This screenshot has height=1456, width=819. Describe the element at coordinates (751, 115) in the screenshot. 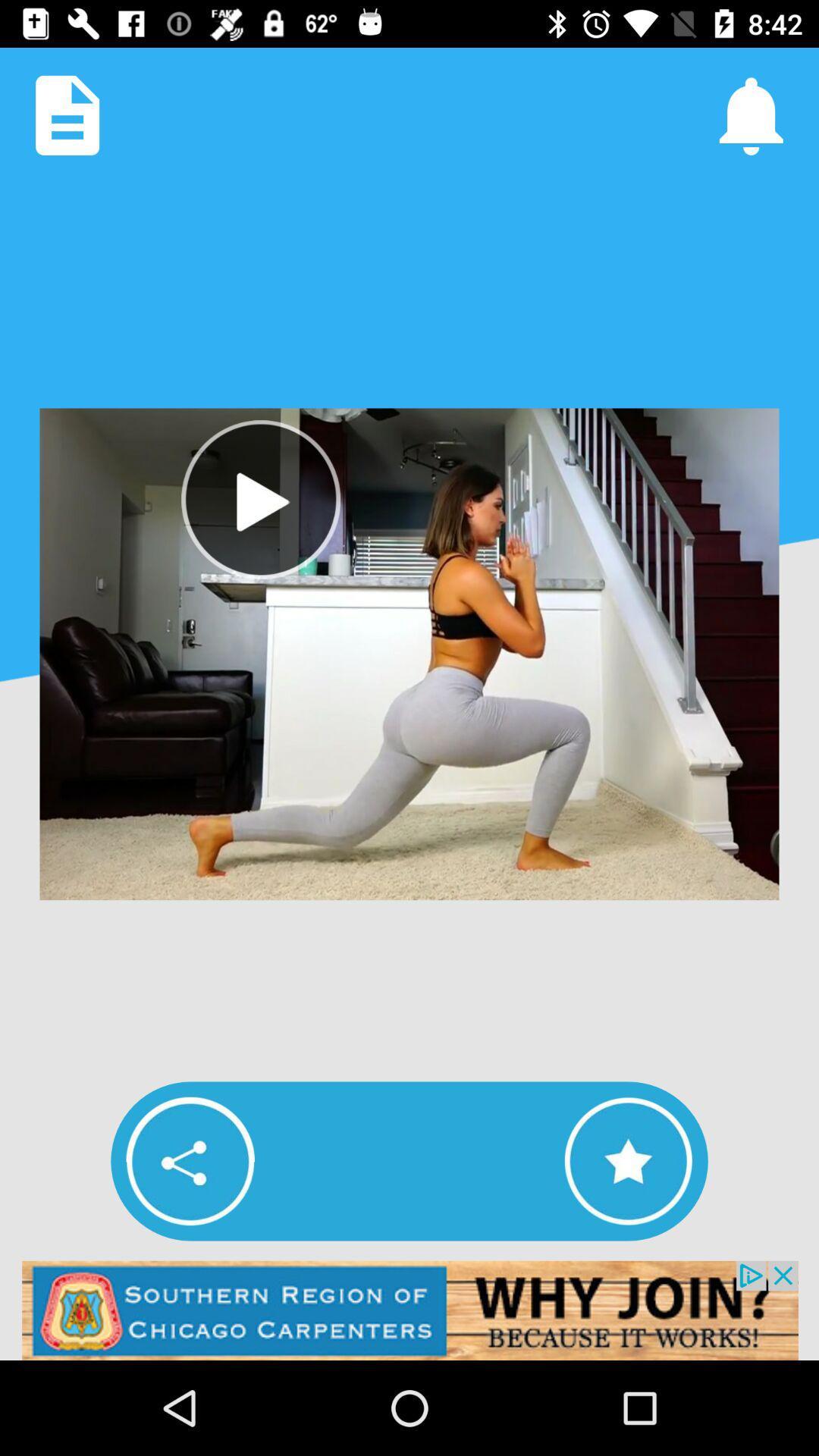

I see `notifications` at that location.